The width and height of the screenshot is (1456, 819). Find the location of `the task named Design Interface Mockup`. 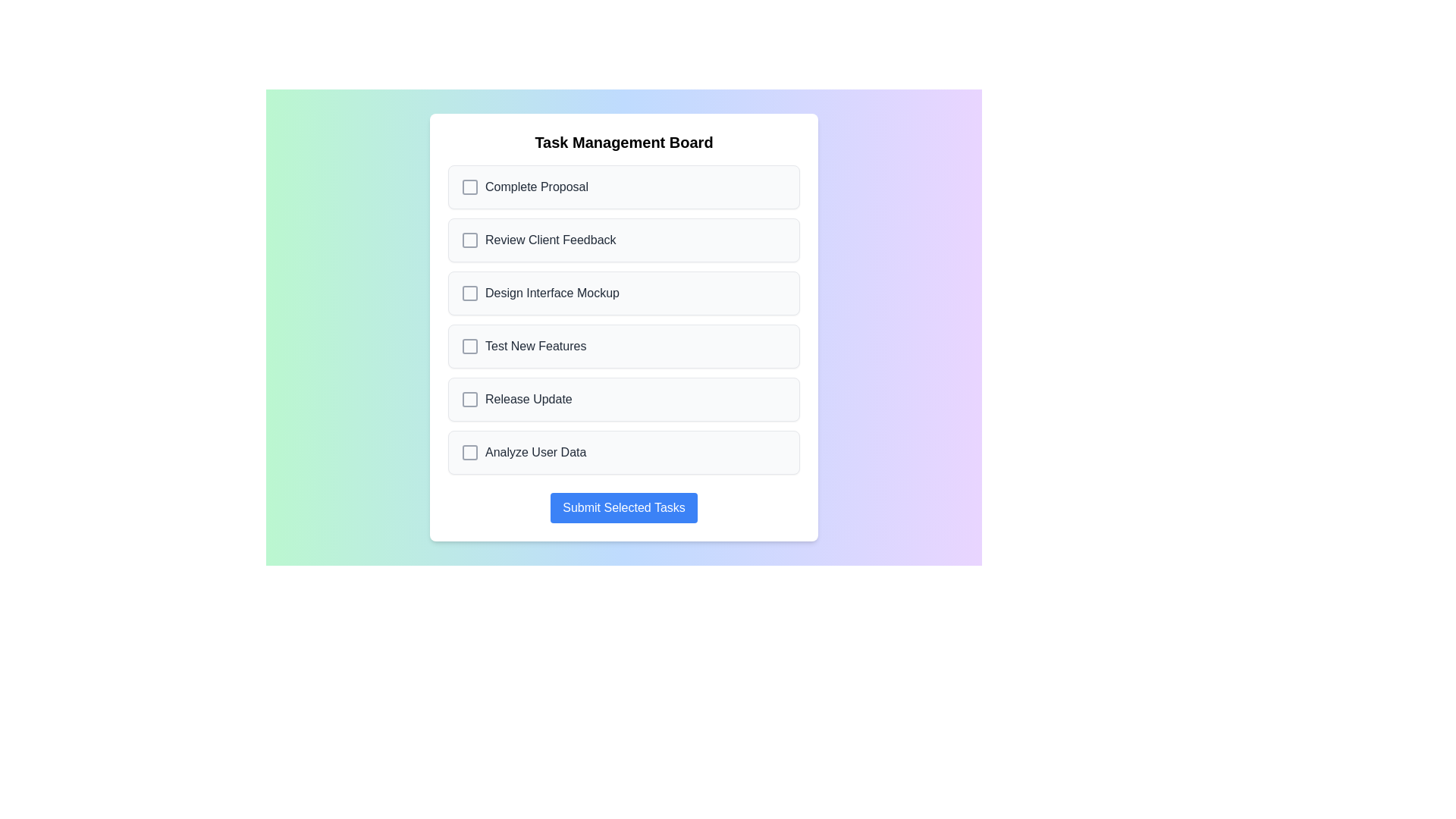

the task named Design Interface Mockup is located at coordinates (623, 293).